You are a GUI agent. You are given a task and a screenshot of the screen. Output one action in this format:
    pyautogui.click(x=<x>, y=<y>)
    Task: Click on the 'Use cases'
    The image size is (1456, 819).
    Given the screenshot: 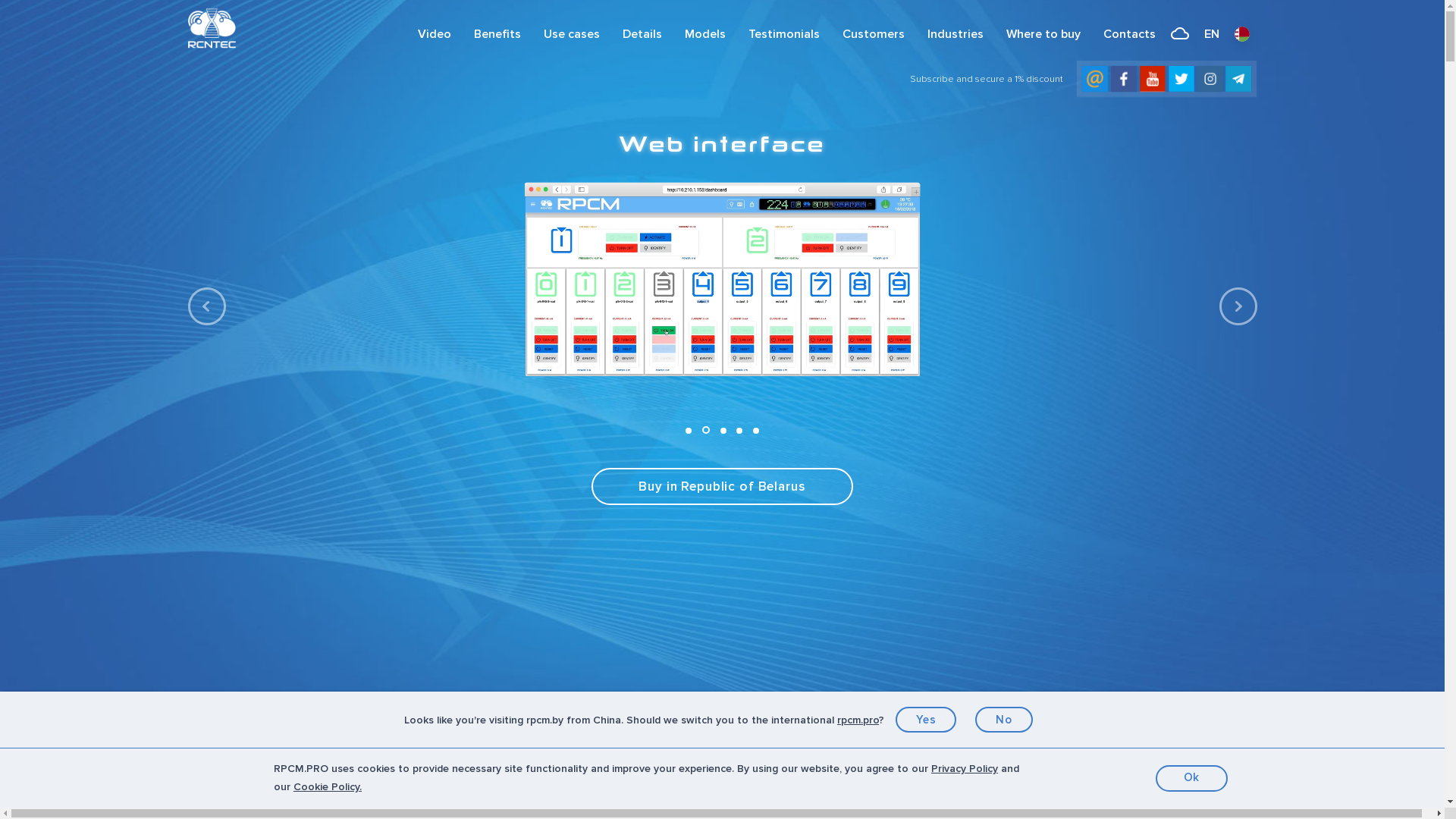 What is the action you would take?
    pyautogui.click(x=570, y=34)
    